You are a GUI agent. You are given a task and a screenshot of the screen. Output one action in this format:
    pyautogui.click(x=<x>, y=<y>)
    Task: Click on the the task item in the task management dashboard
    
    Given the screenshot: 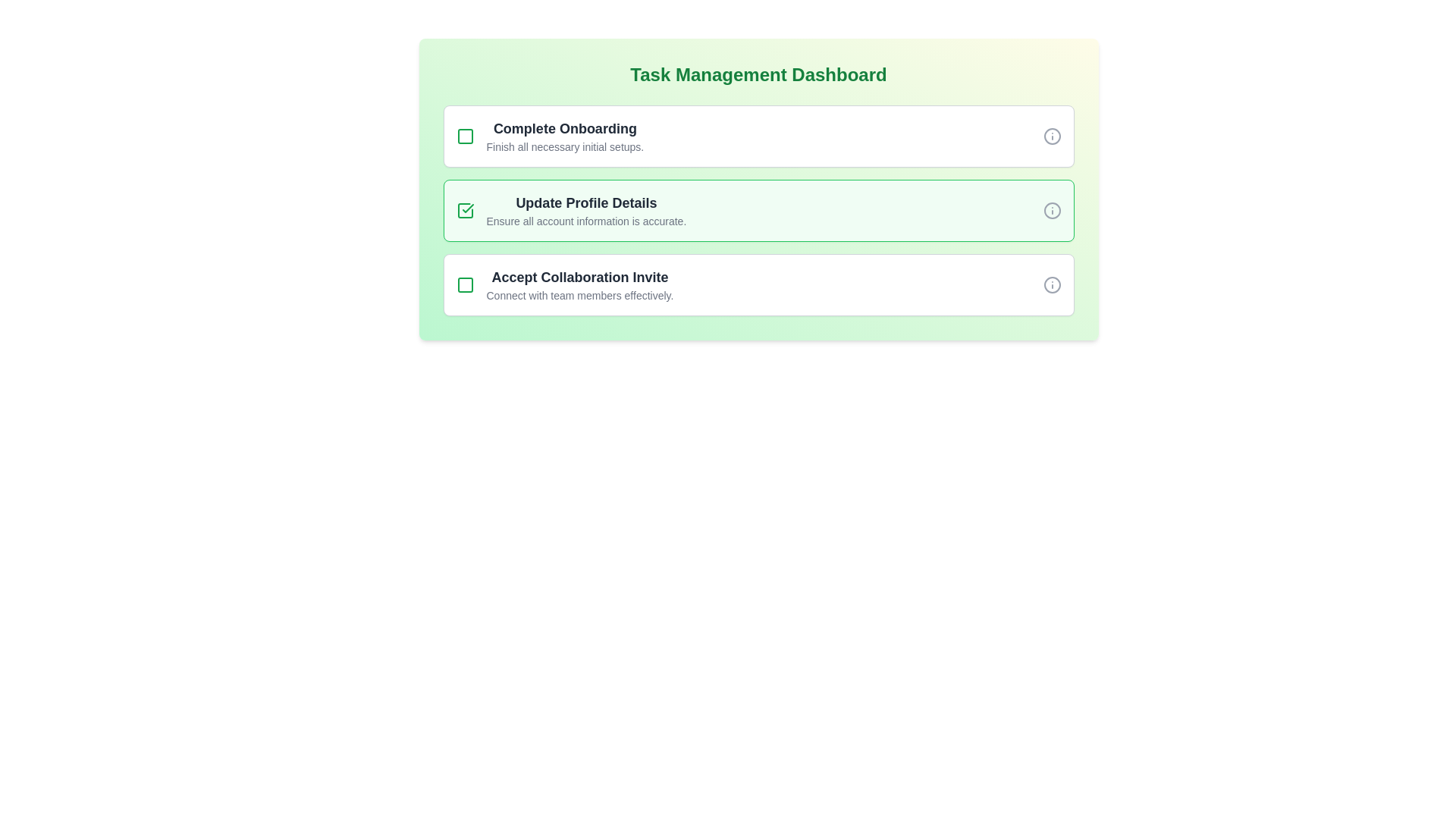 What is the action you would take?
    pyautogui.click(x=758, y=210)
    